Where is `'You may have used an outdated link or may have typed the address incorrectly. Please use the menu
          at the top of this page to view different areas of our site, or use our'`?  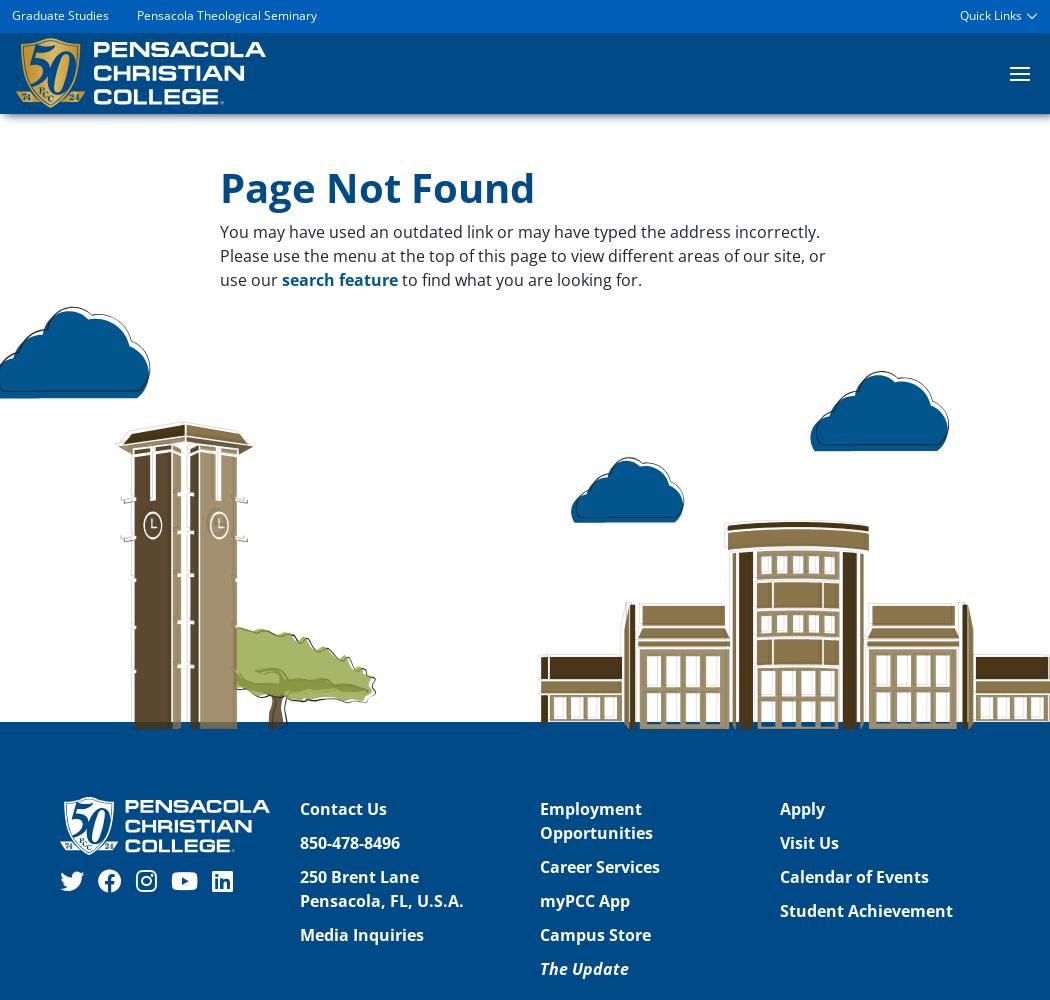
'You may have used an outdated link or may have typed the address incorrectly. Please use the menu
          at the top of this page to view different areas of our site, or use our' is located at coordinates (522, 256).